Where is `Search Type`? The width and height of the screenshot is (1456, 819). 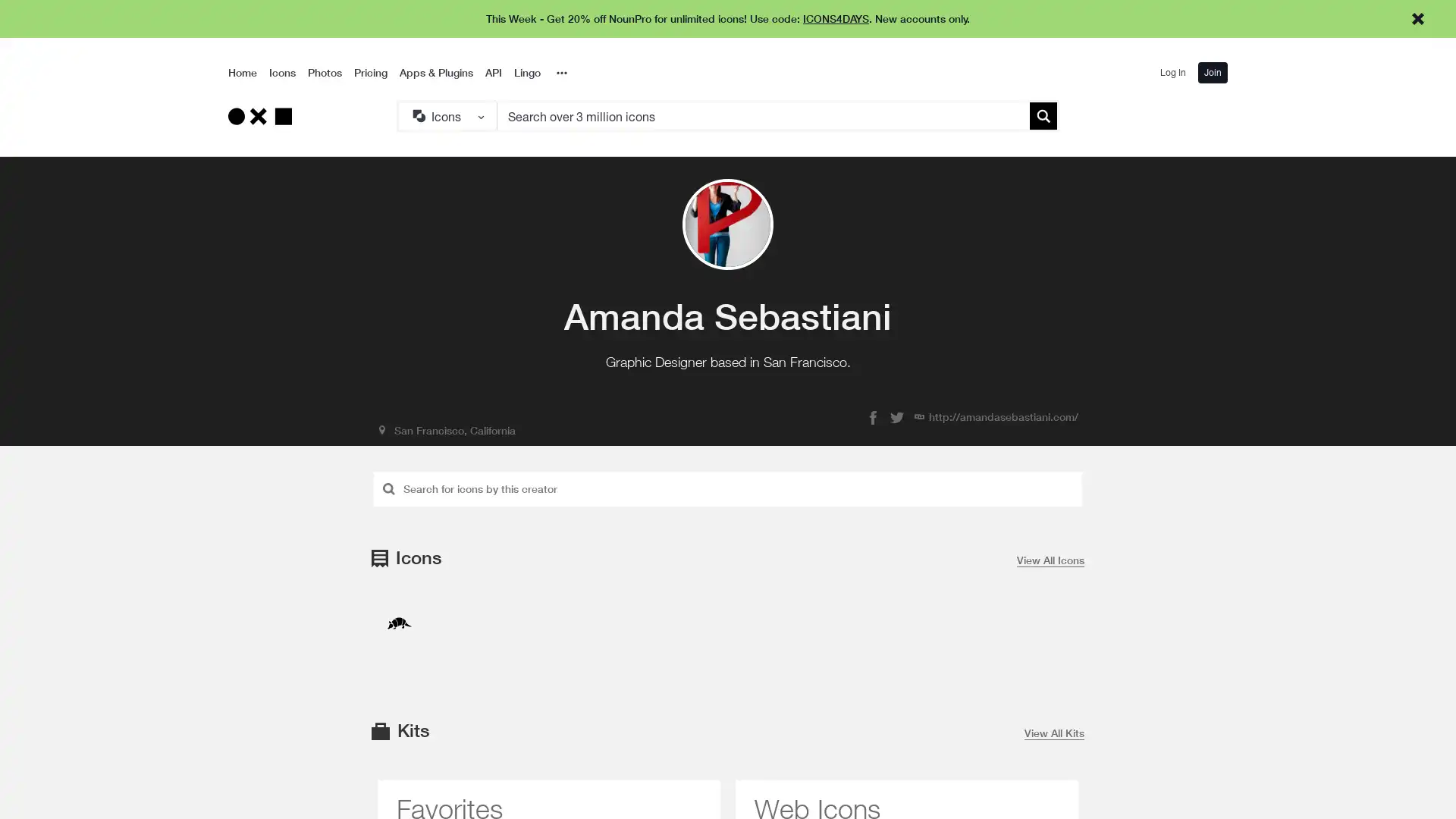 Search Type is located at coordinates (447, 115).